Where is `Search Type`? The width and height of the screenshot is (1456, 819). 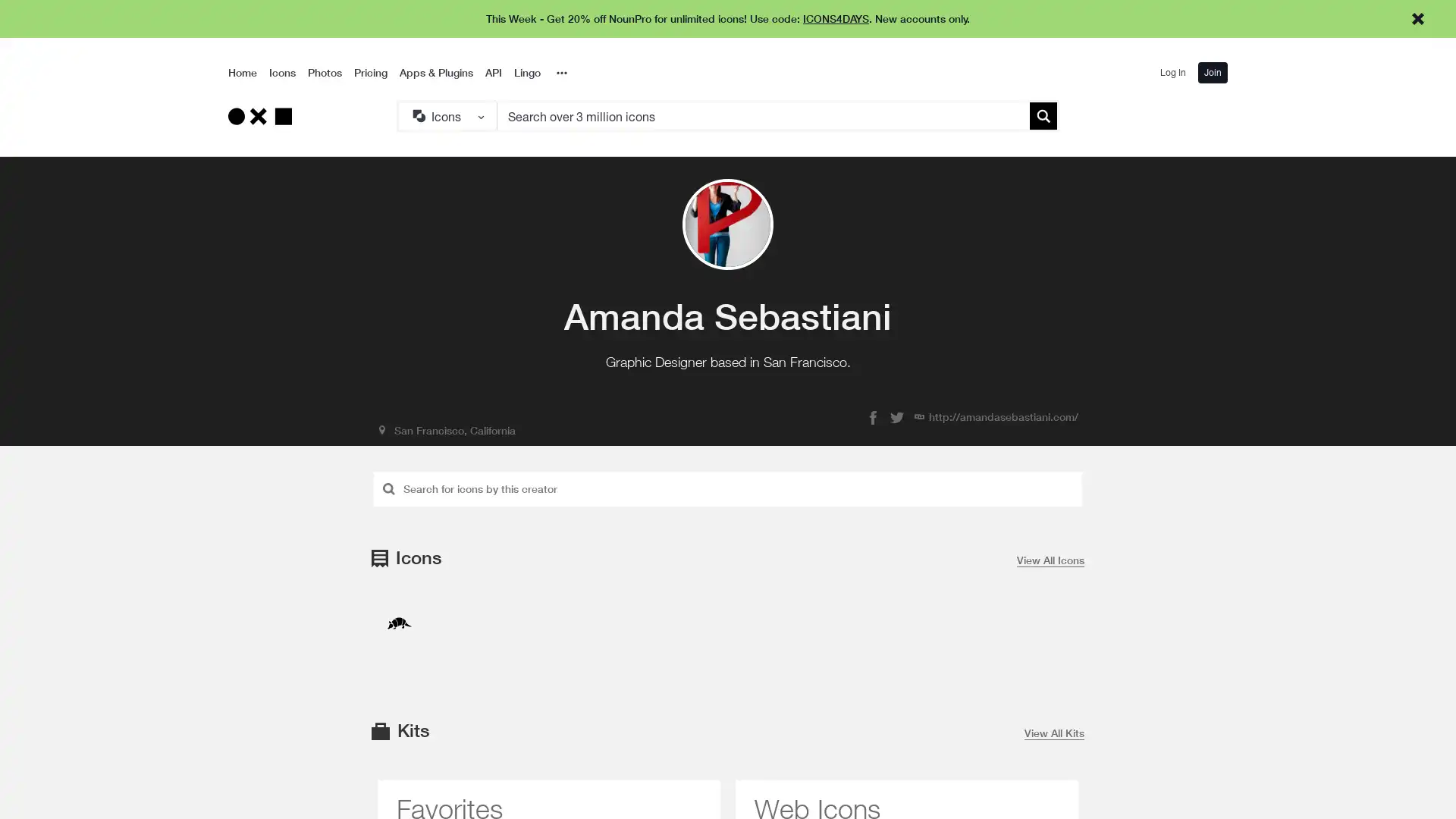 Search Type is located at coordinates (447, 115).